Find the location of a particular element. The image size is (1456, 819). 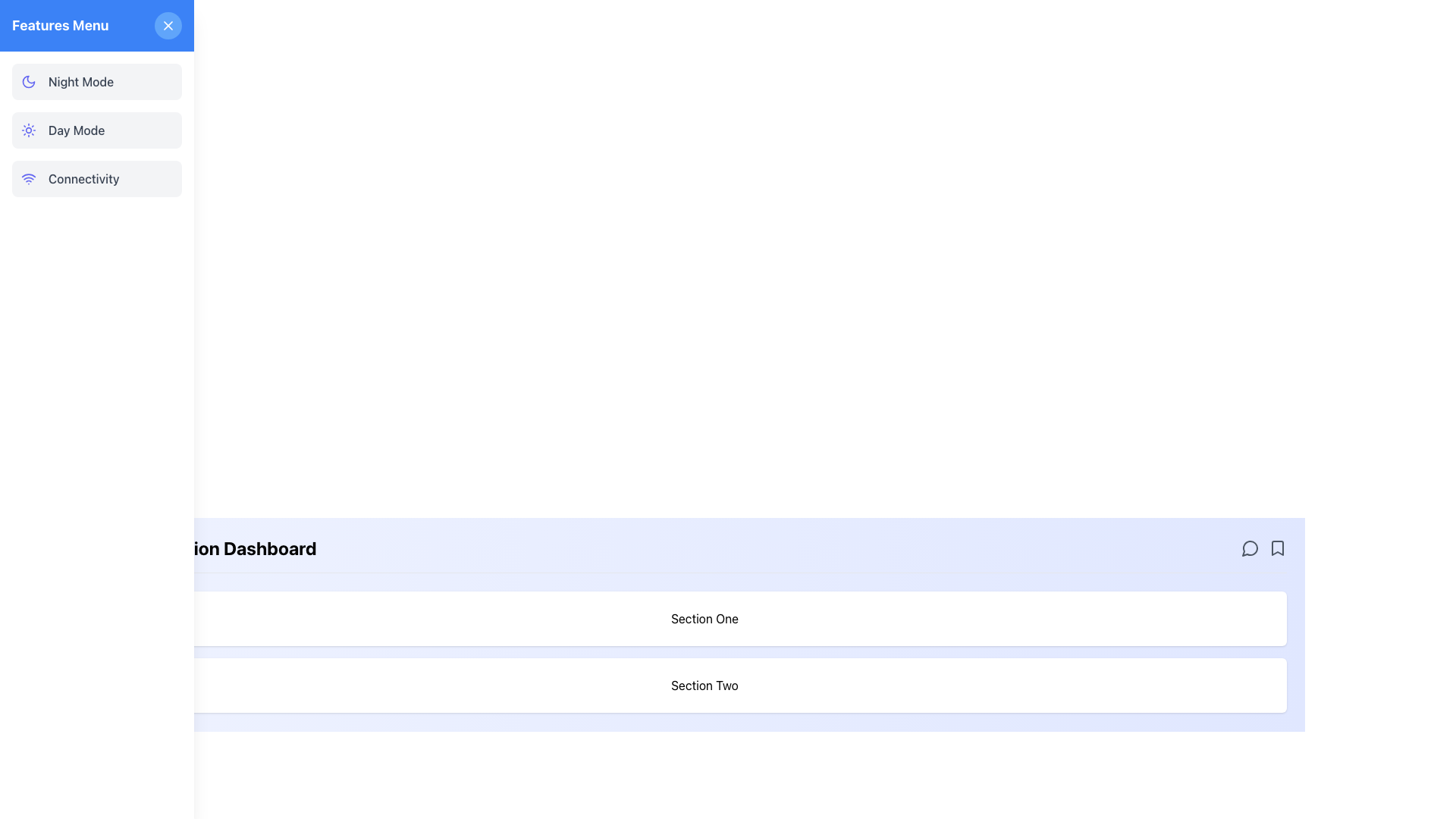

the text label located at the upper left side of the main content area, which serves as the header for the page is located at coordinates (218, 548).